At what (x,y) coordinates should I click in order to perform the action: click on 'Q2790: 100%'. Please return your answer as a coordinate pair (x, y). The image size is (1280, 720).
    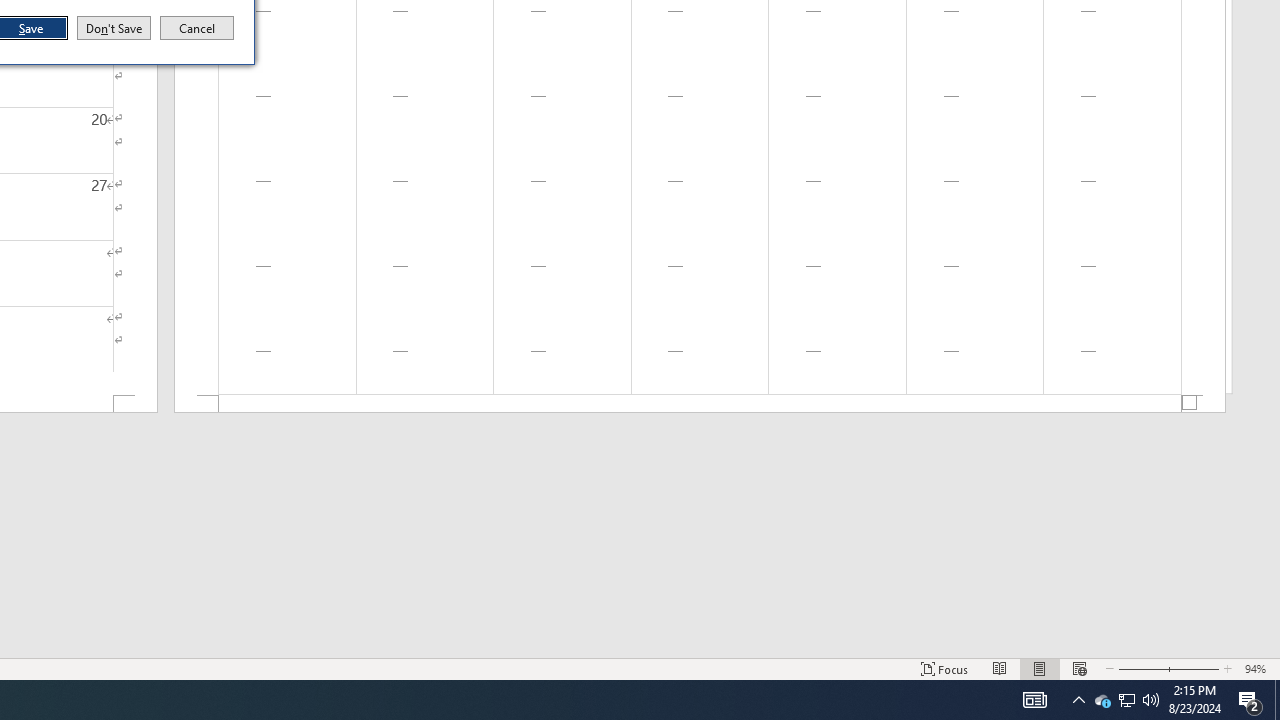
    Looking at the image, I should click on (1151, 698).